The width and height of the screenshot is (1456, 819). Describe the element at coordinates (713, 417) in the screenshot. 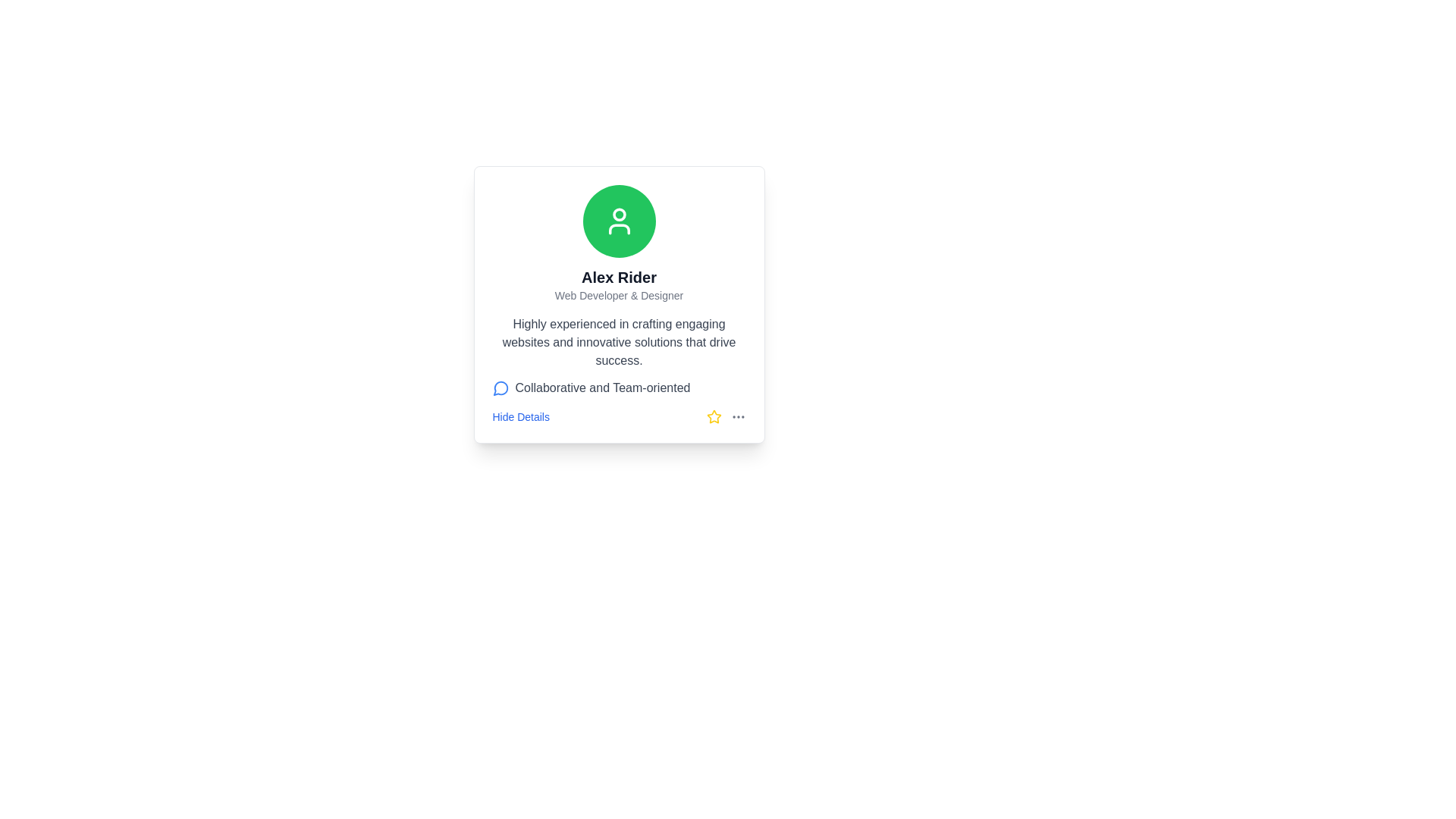

I see `the star icon button located at the bottom right of the profile card for user 'Alex Rider' to mark it as a favorite` at that location.